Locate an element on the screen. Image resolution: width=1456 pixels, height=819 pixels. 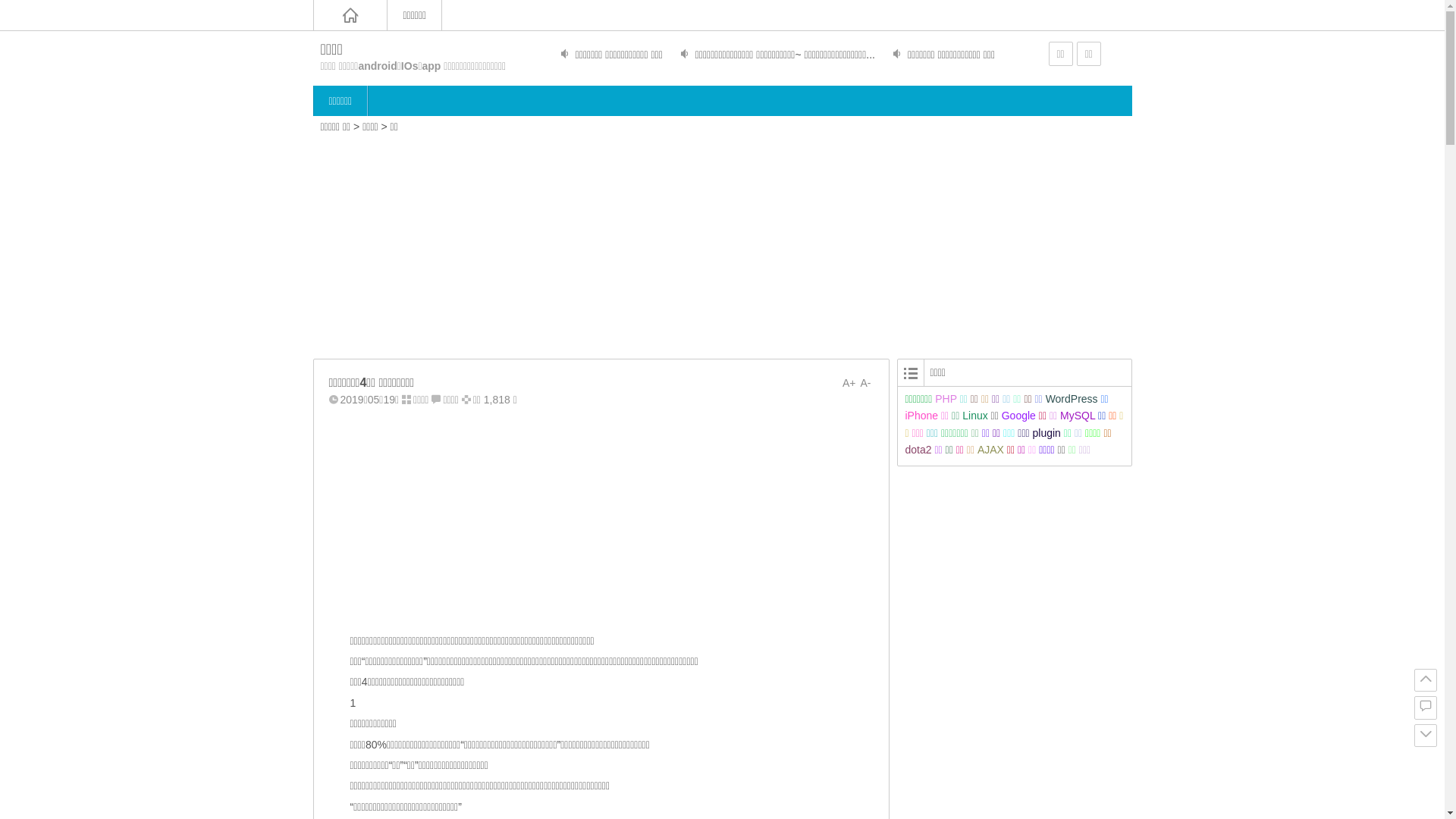
'plugin' is located at coordinates (1046, 432).